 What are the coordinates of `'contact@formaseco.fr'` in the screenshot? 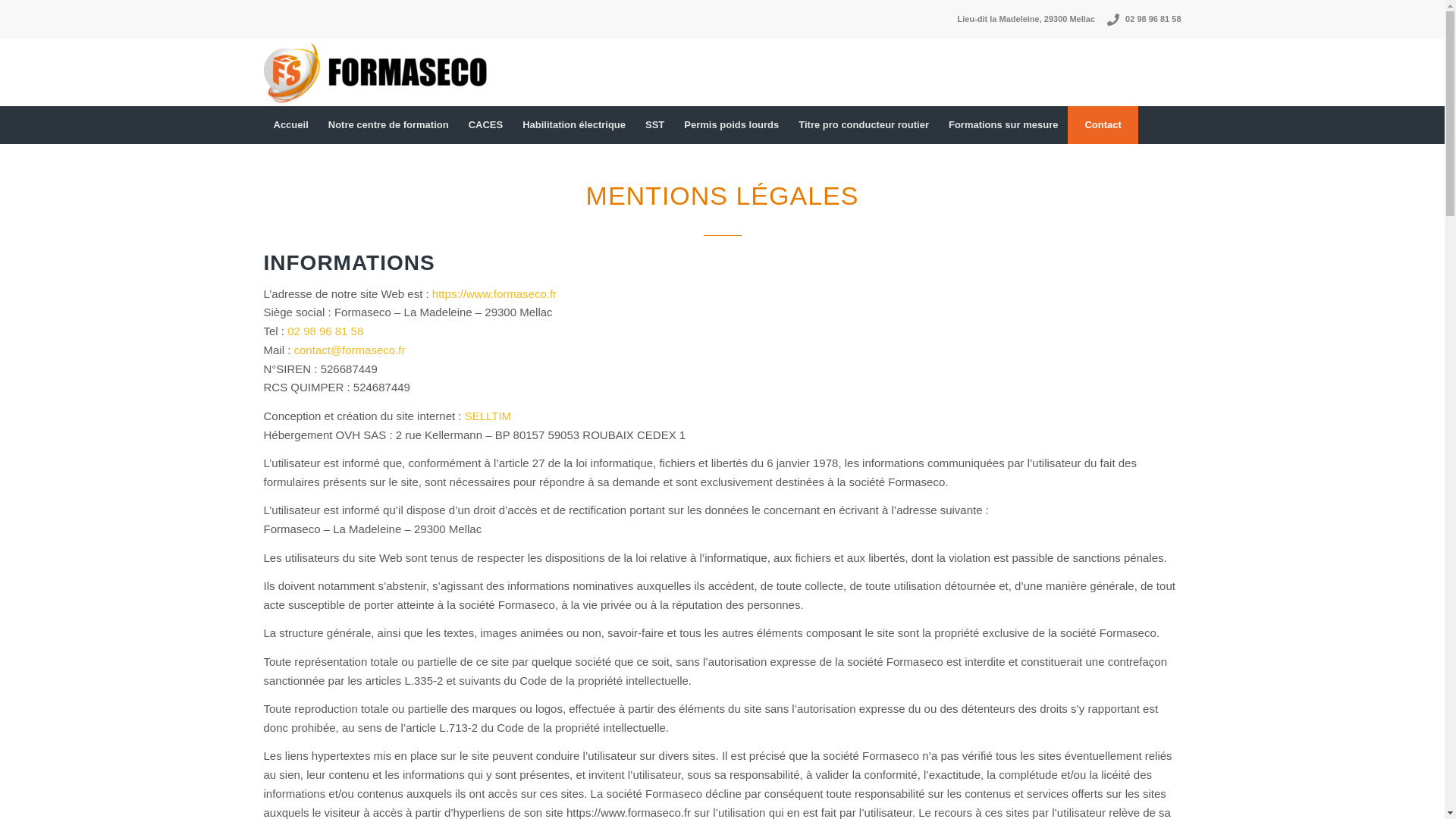 It's located at (294, 350).